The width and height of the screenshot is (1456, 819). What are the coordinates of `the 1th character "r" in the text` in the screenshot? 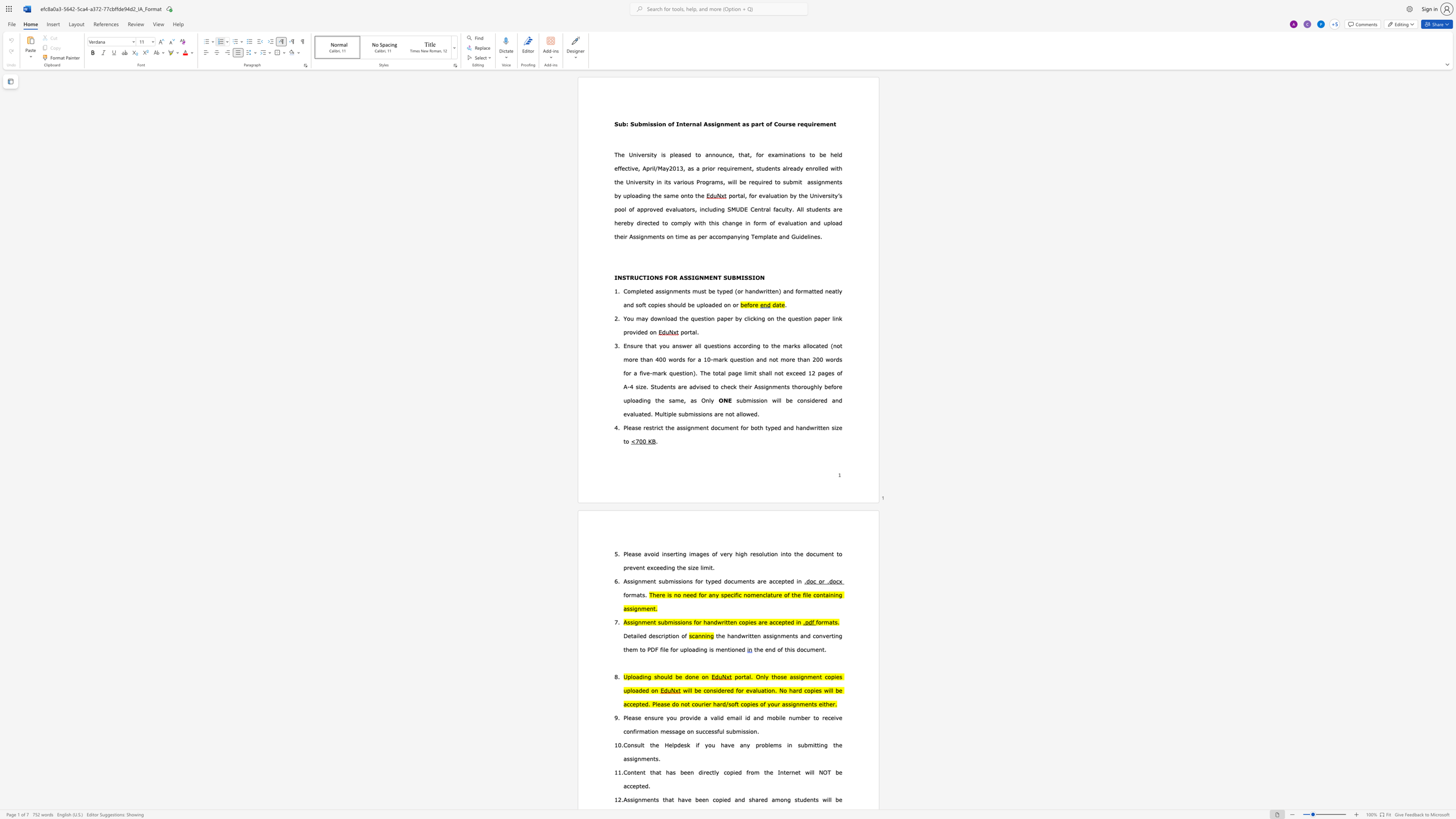 It's located at (823, 580).